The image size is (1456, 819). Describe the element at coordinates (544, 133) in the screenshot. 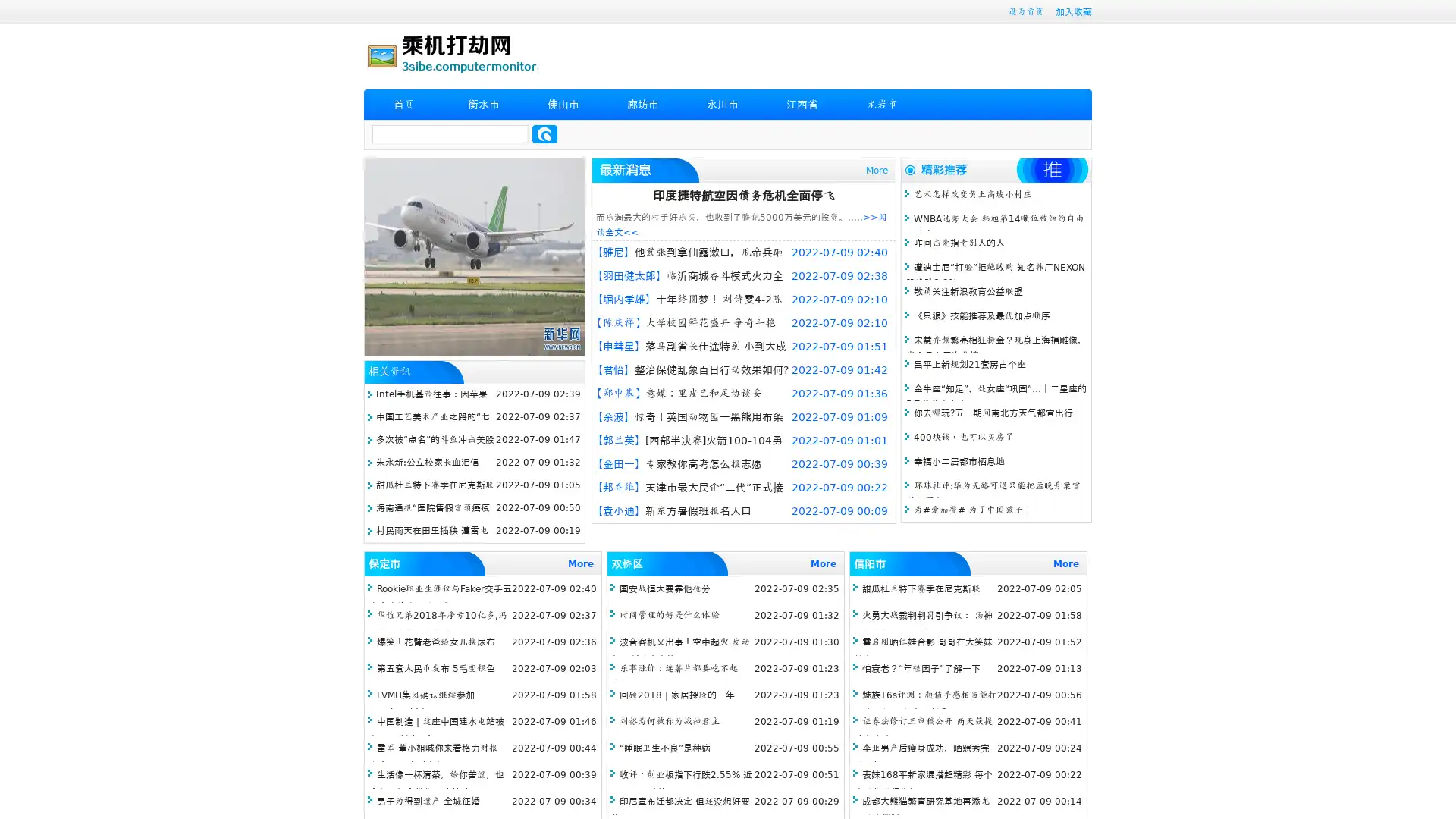

I see `Search` at that location.